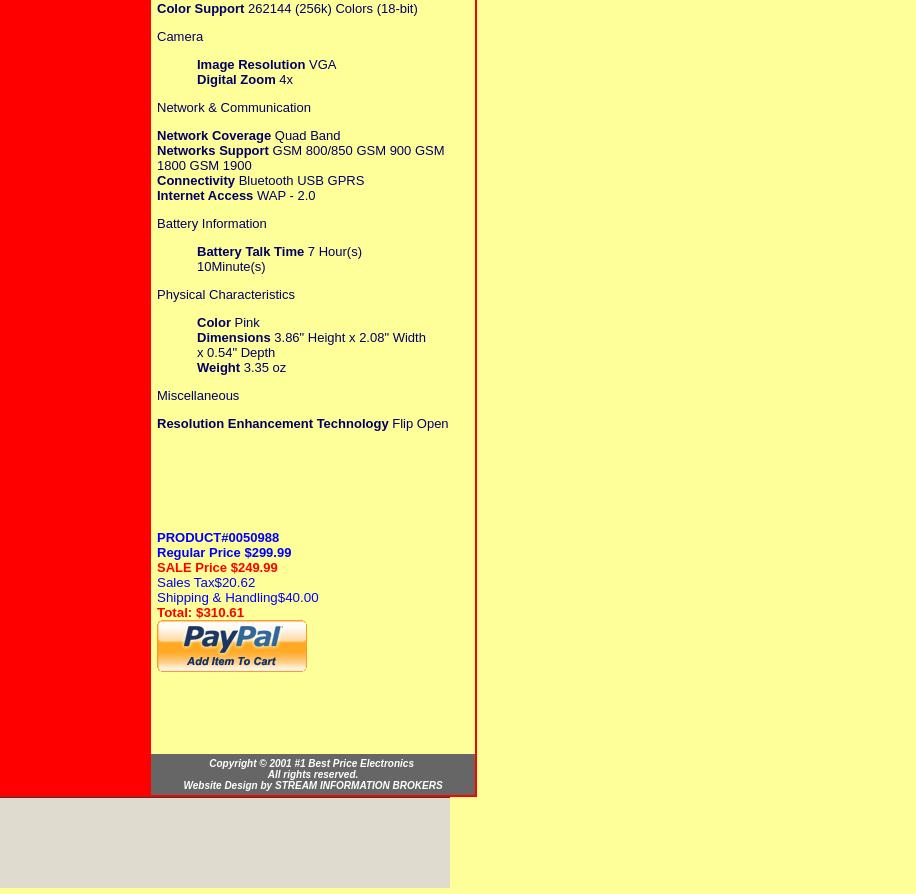 This screenshot has height=894, width=916. What do you see at coordinates (237, 596) in the screenshot?
I see `'Shipping &
                                    Handling$40.00'` at bounding box center [237, 596].